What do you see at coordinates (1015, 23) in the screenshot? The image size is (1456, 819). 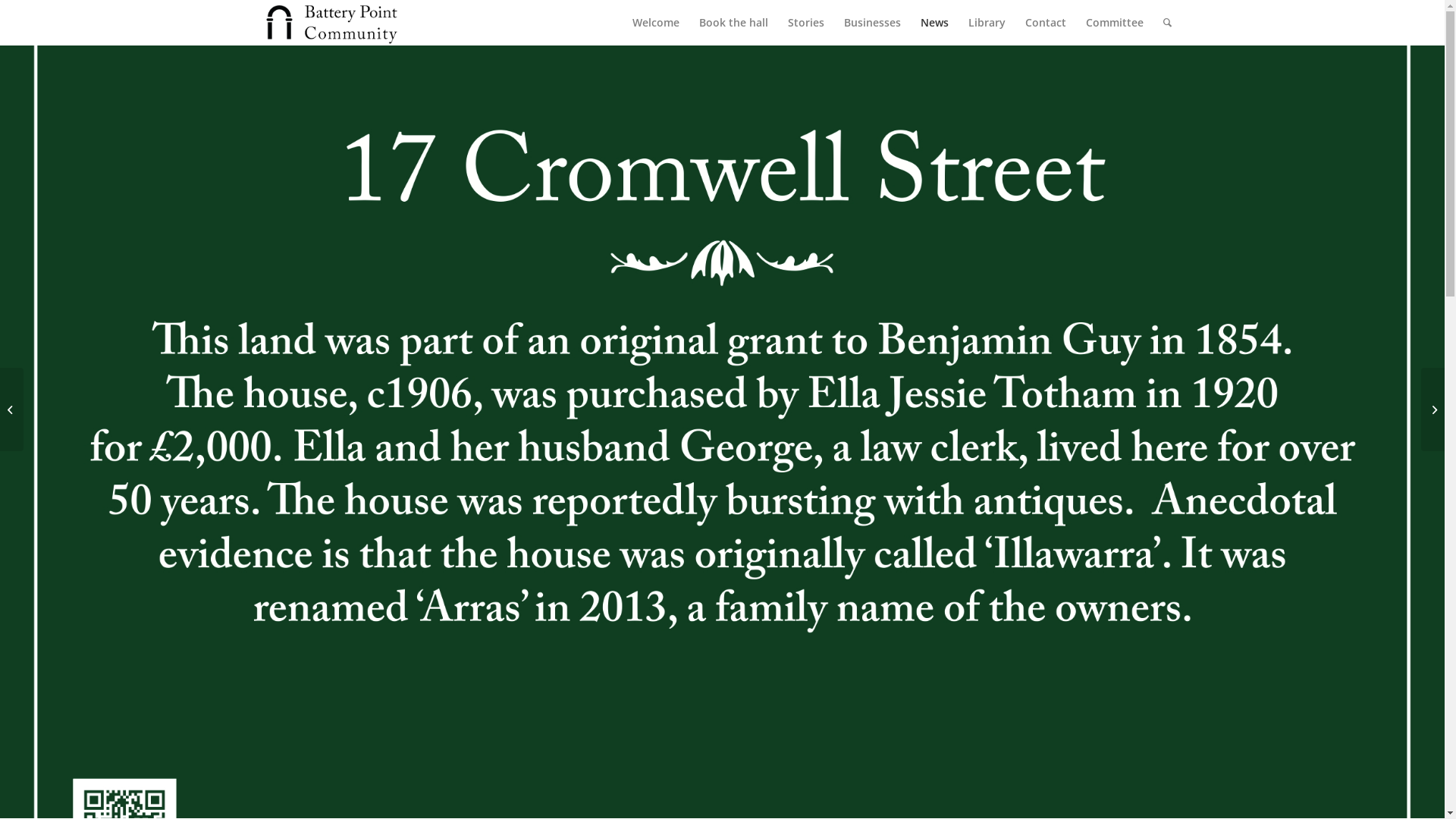 I see `'Contact'` at bounding box center [1015, 23].